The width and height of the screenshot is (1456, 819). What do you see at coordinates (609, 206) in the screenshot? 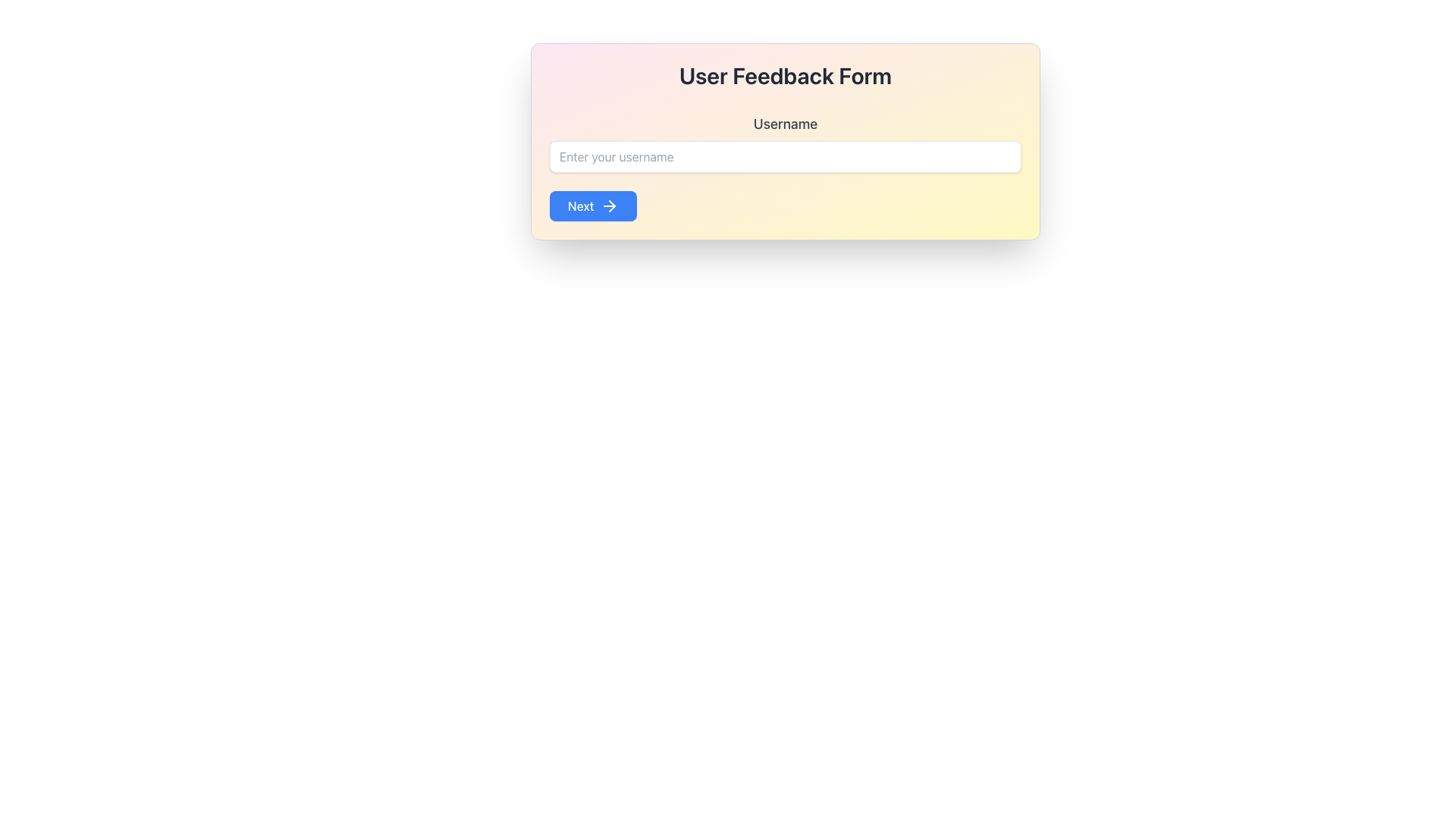
I see `the visual representation of the arrow icon located on the rightmost side of the 'Next' button at the bottom left of the centered card` at bounding box center [609, 206].